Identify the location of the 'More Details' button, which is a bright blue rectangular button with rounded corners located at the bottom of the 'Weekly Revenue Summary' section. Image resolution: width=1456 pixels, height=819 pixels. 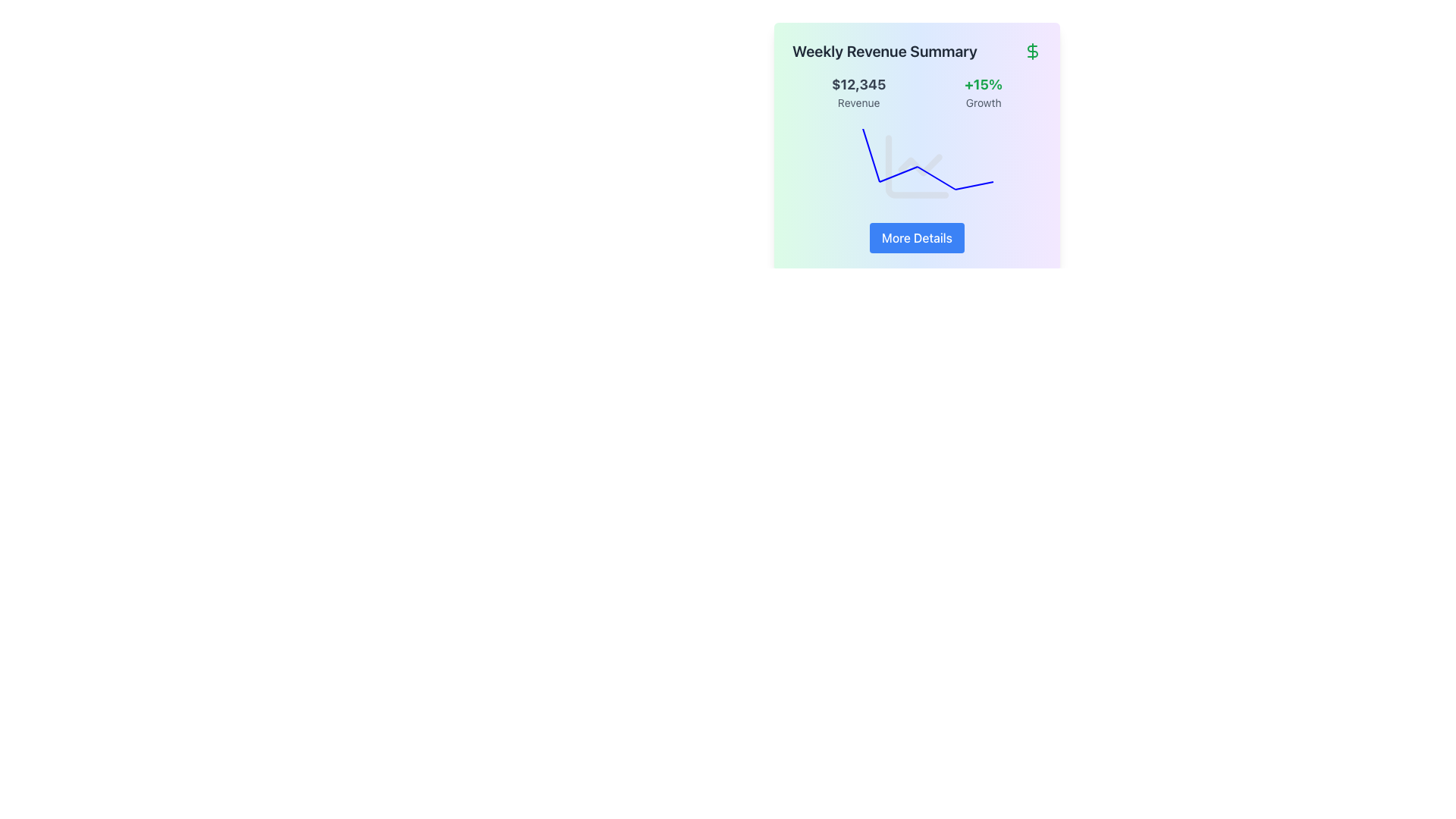
(916, 237).